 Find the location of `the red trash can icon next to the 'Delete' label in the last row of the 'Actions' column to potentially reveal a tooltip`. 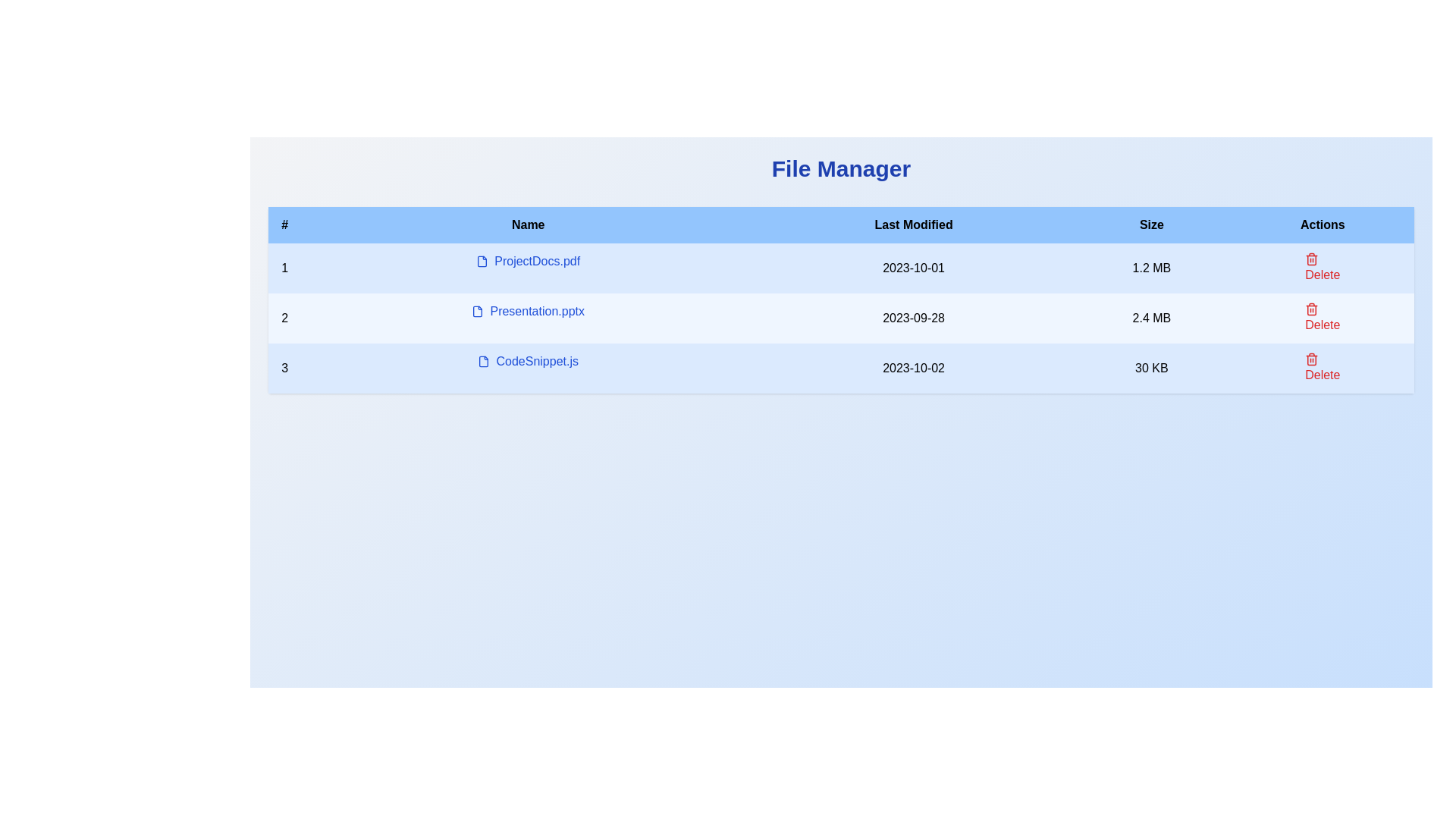

the red trash can icon next to the 'Delete' label in the last row of the 'Actions' column to potentially reveal a tooltip is located at coordinates (1311, 359).